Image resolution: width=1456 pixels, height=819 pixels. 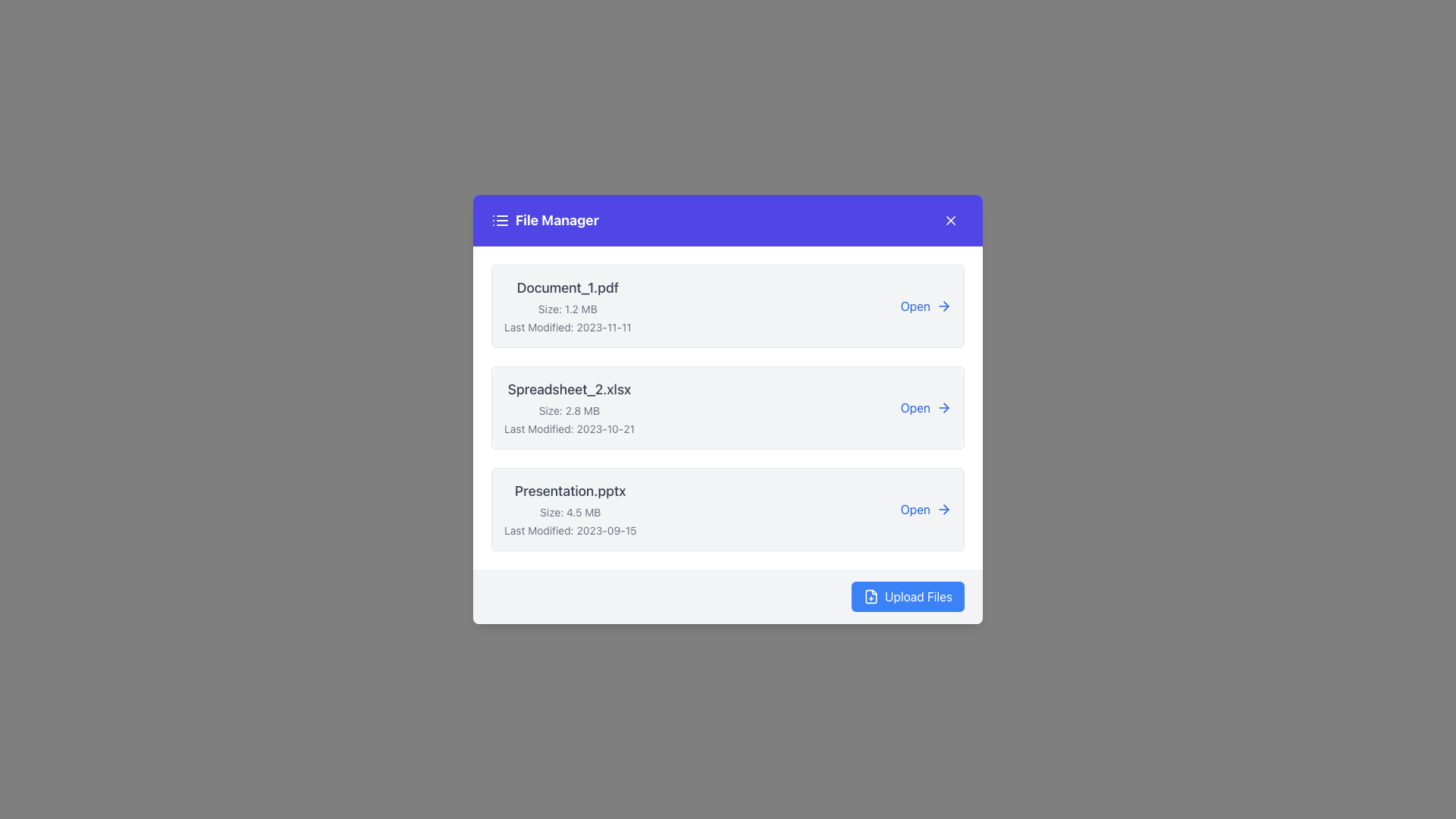 I want to click on the close icon button located in the top-right corner of the 'File Manager' header bar, which is styled with a thin white line on a vibrant purple background, so click(x=949, y=220).